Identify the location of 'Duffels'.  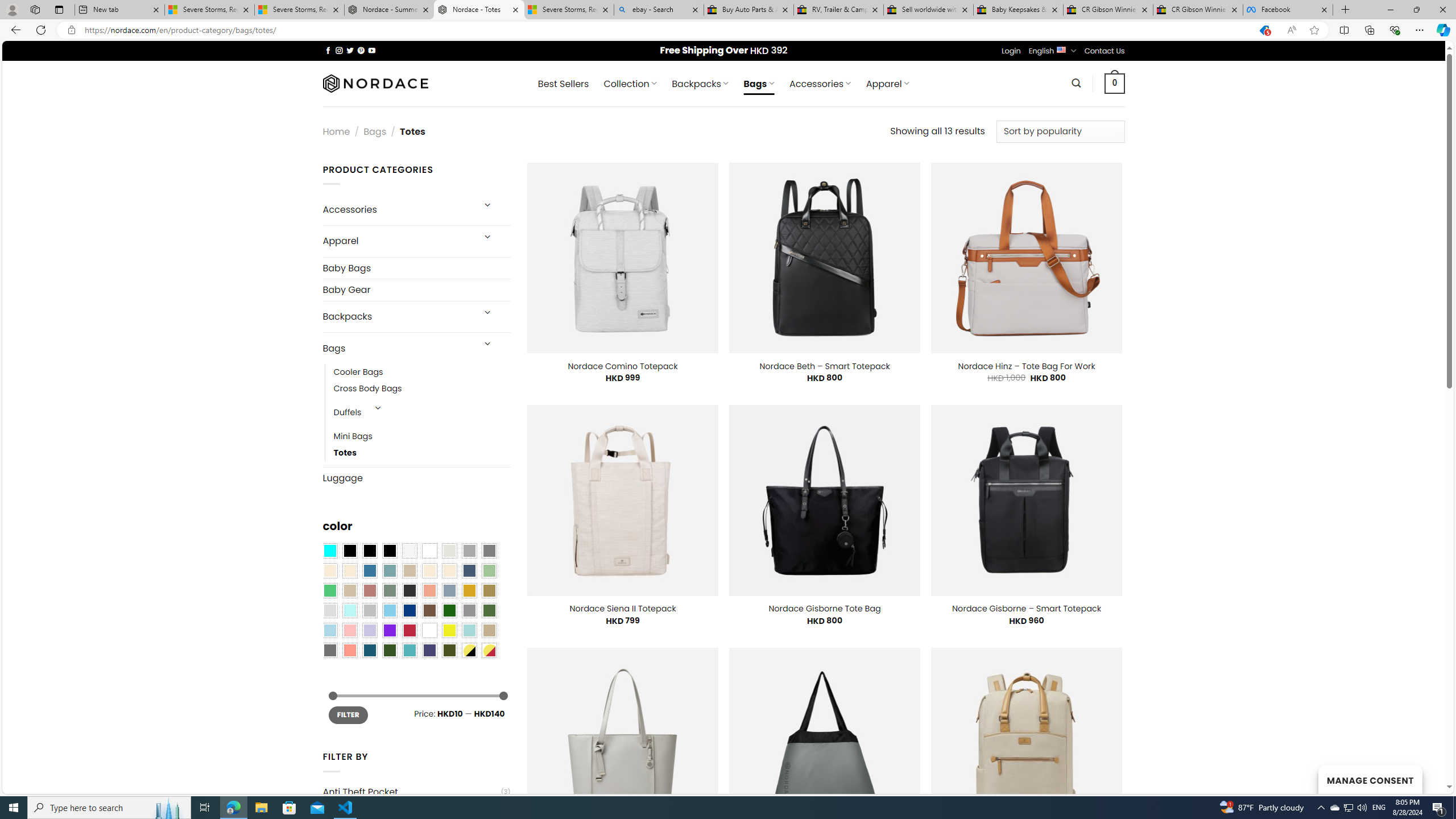
(347, 412).